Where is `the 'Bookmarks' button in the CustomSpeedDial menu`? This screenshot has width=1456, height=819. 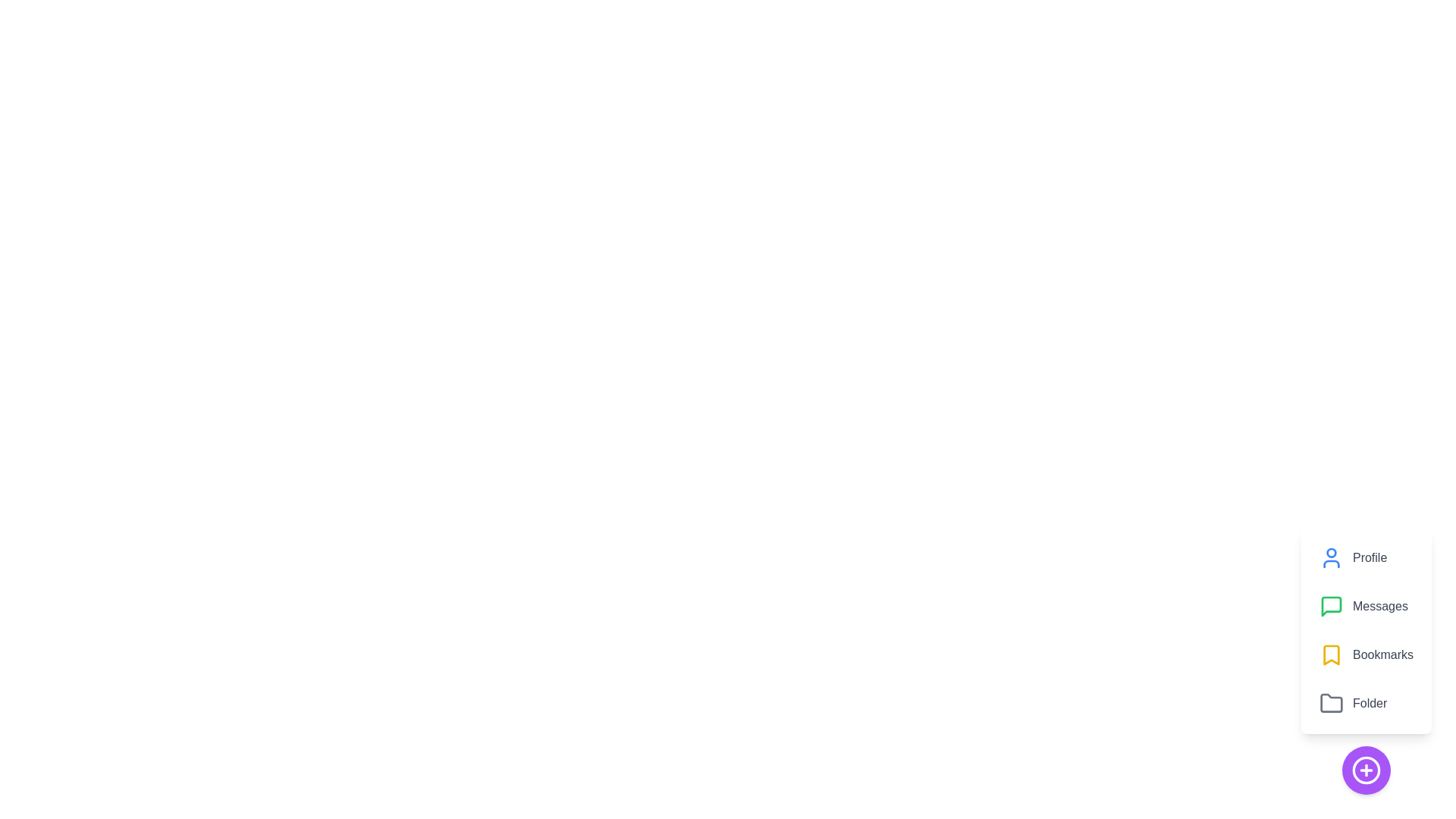
the 'Bookmarks' button in the CustomSpeedDial menu is located at coordinates (1366, 654).